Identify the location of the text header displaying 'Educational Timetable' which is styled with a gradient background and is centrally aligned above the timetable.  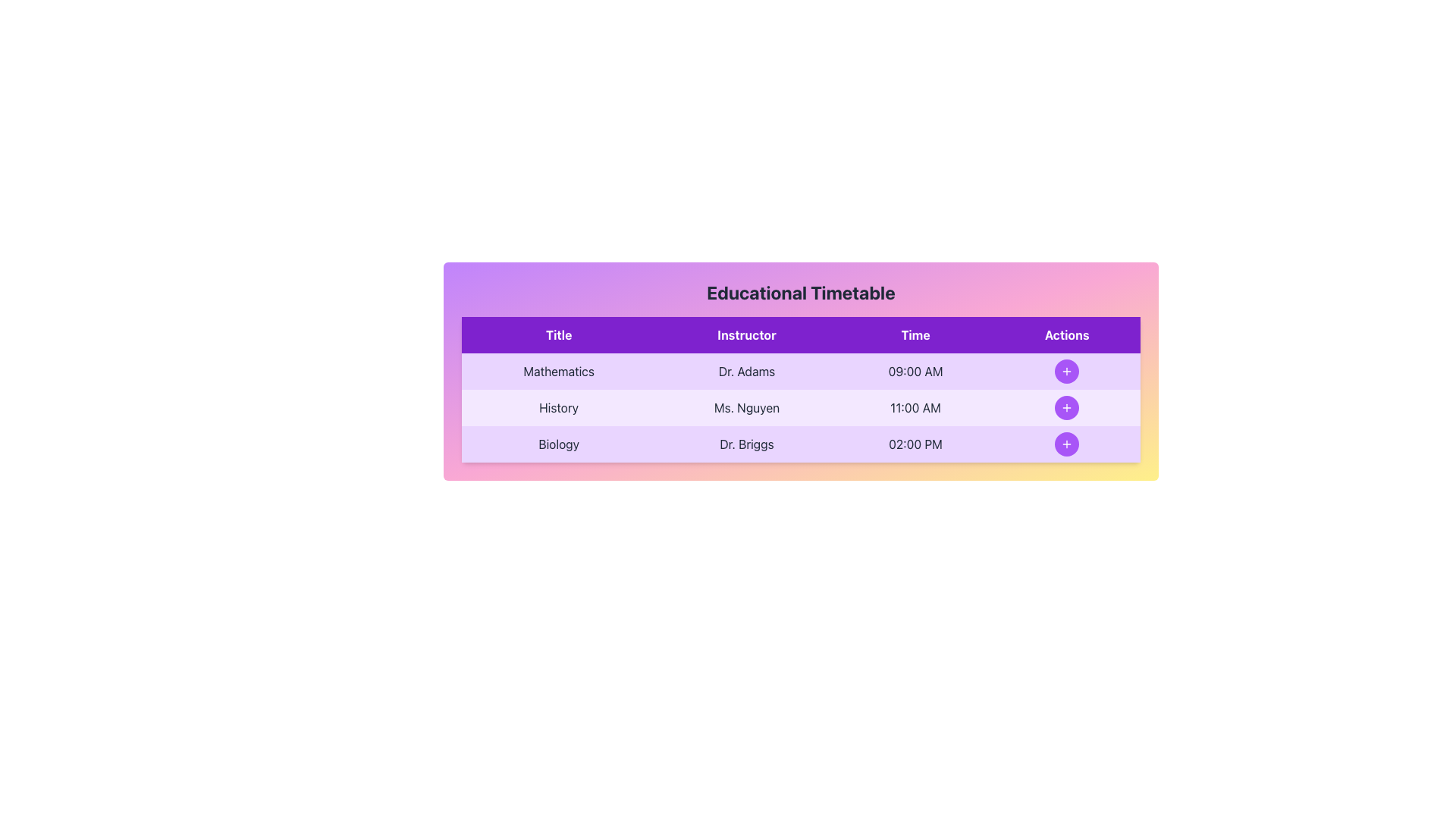
(800, 292).